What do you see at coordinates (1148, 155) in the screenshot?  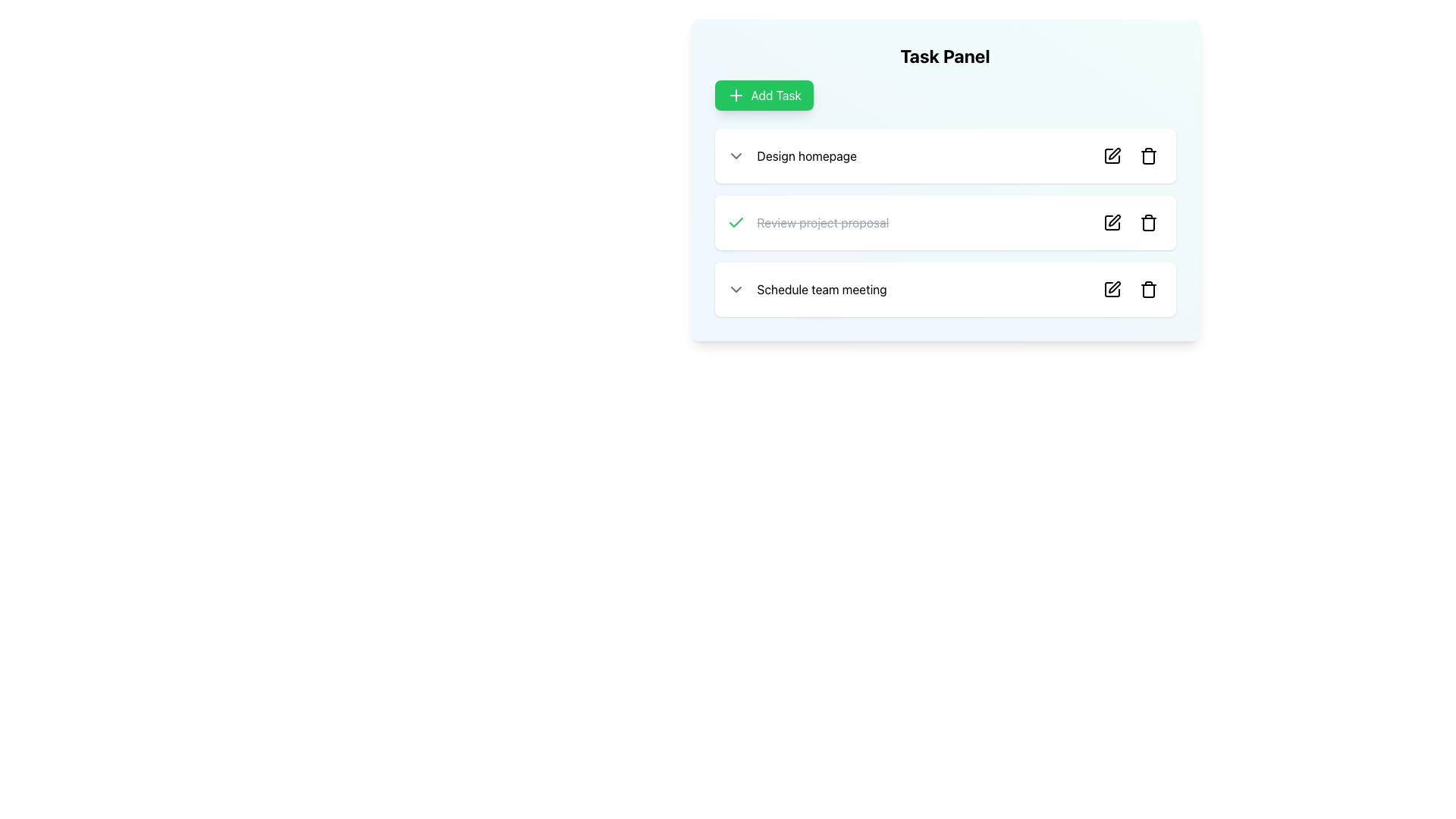 I see `the trash can icon located in the first task list item` at bounding box center [1148, 155].